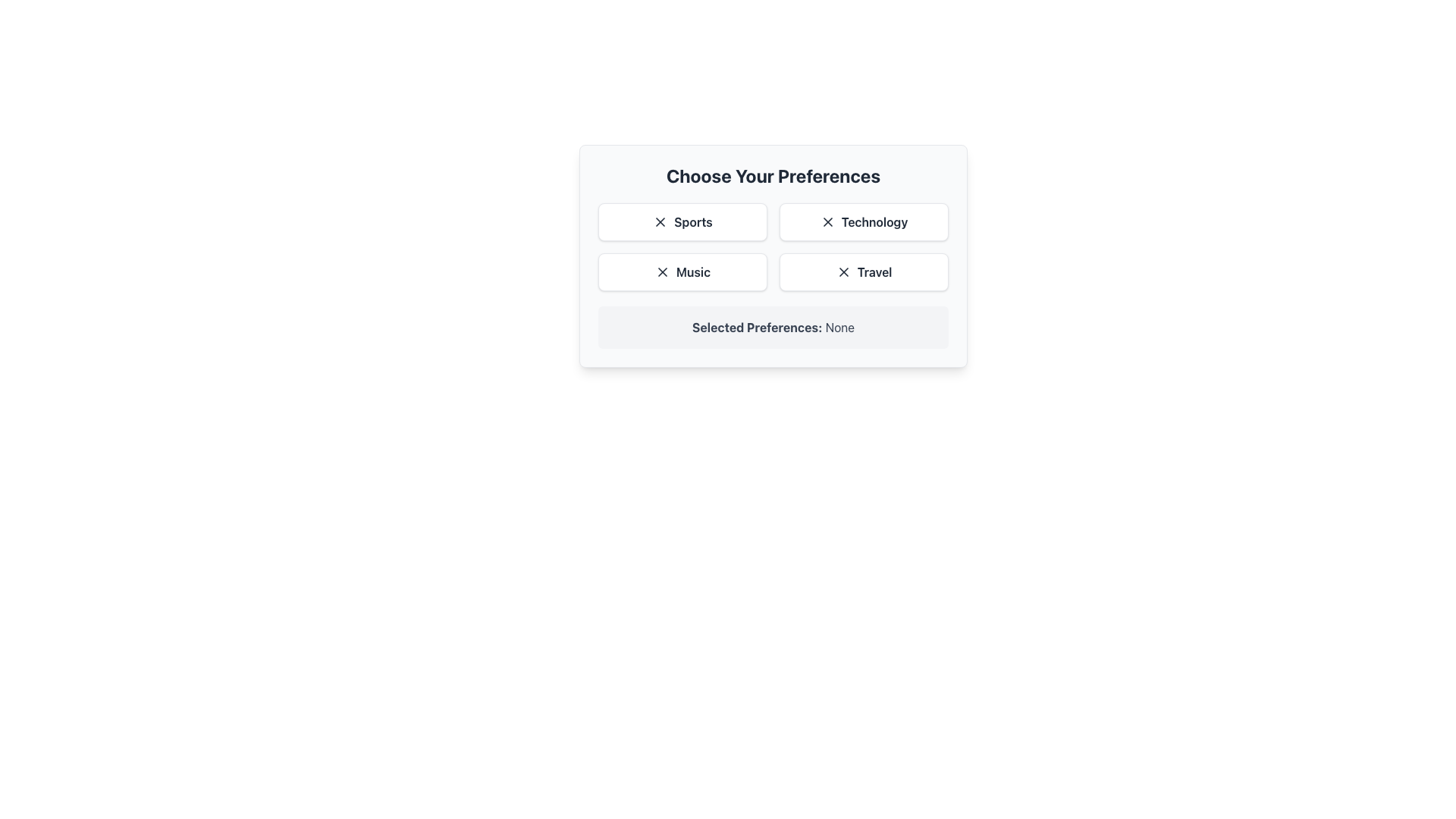 Image resolution: width=1456 pixels, height=819 pixels. Describe the element at coordinates (682, 222) in the screenshot. I see `the 'Sports' button, which is a rounded rectangular button with a white background and gray text, located in the 'Choose Your Preferences' grid layout` at that location.